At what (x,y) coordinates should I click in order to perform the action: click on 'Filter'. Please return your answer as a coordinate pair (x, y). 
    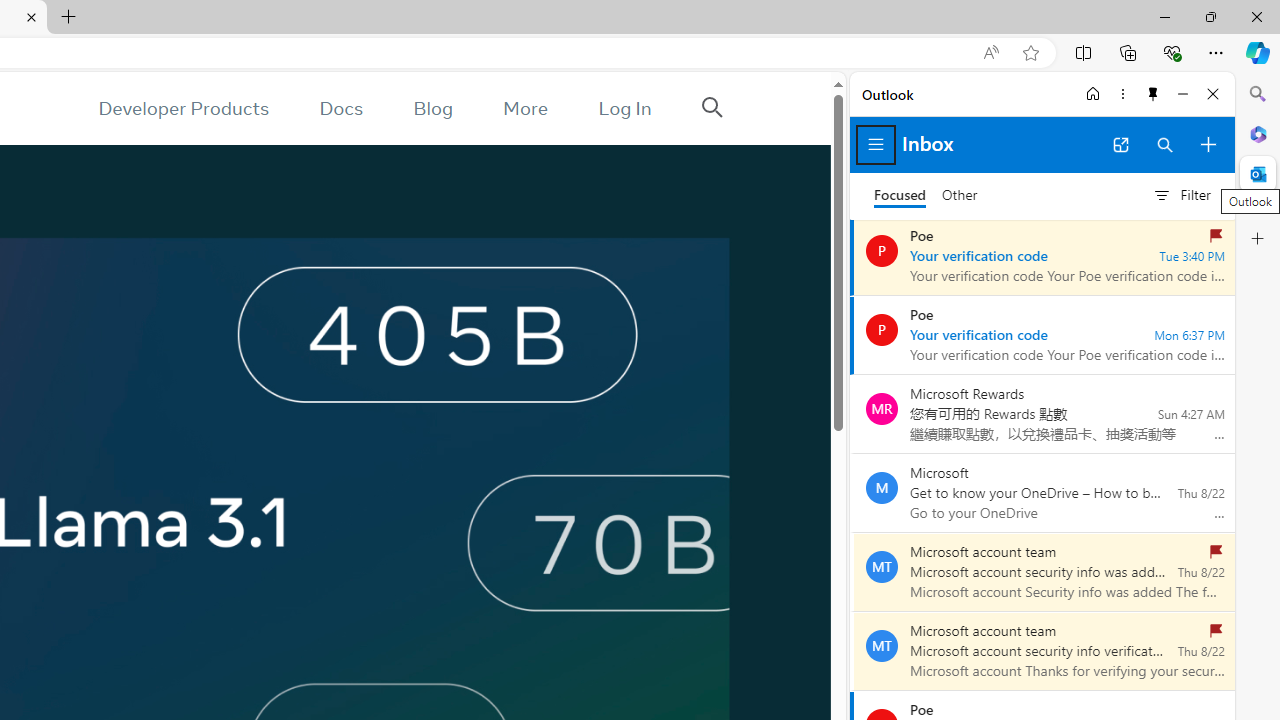
    Looking at the image, I should click on (1181, 195).